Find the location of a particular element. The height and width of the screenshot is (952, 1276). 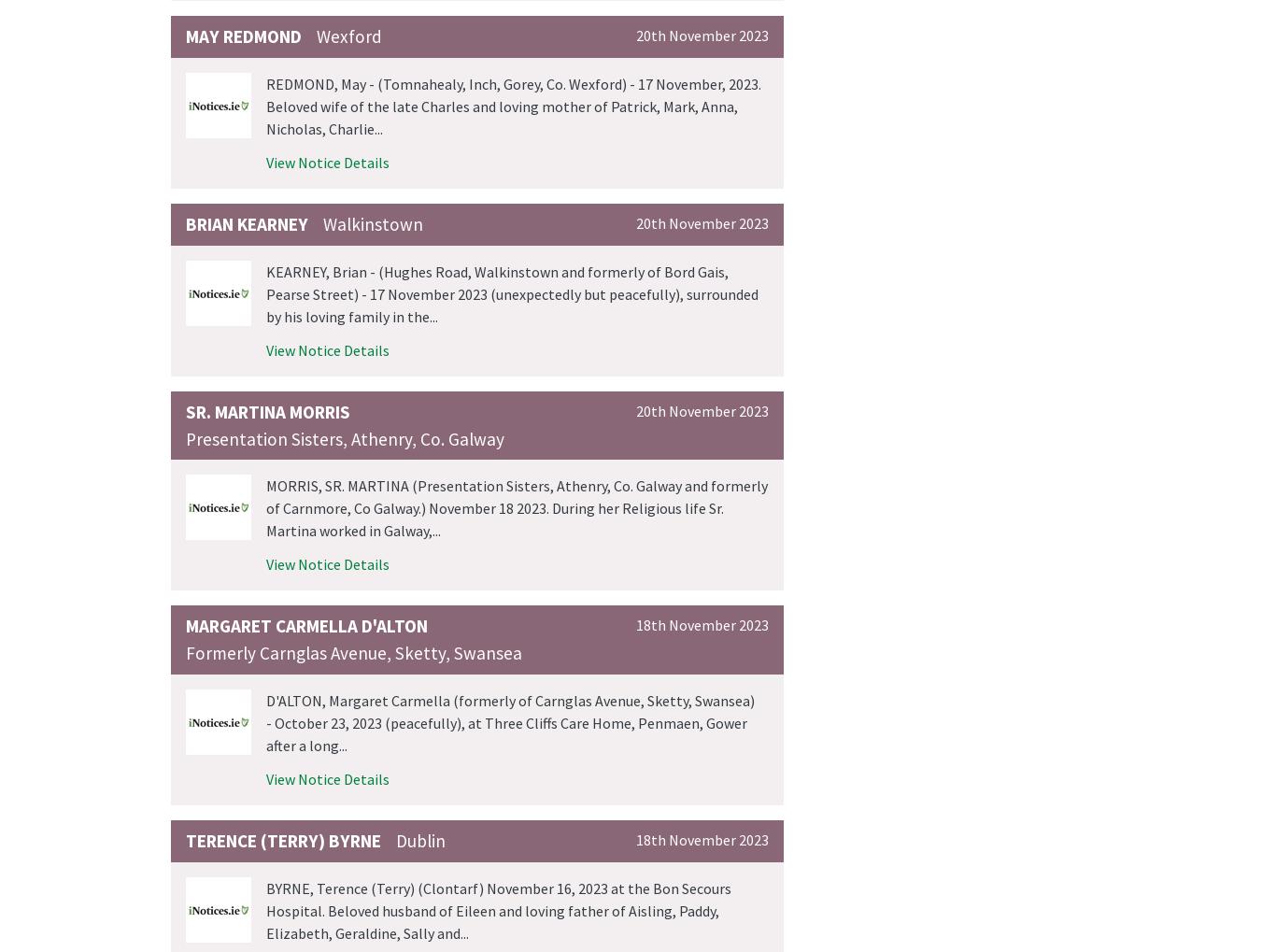

'D'ALTON, Margaret Carmella                     (formerly of Carnglas Avenue, Sketty, Swansea) - October 23, 2023 (peacefully), at Three Cliffs Care Home, Penmaen, Gower after a long...' is located at coordinates (510, 722).